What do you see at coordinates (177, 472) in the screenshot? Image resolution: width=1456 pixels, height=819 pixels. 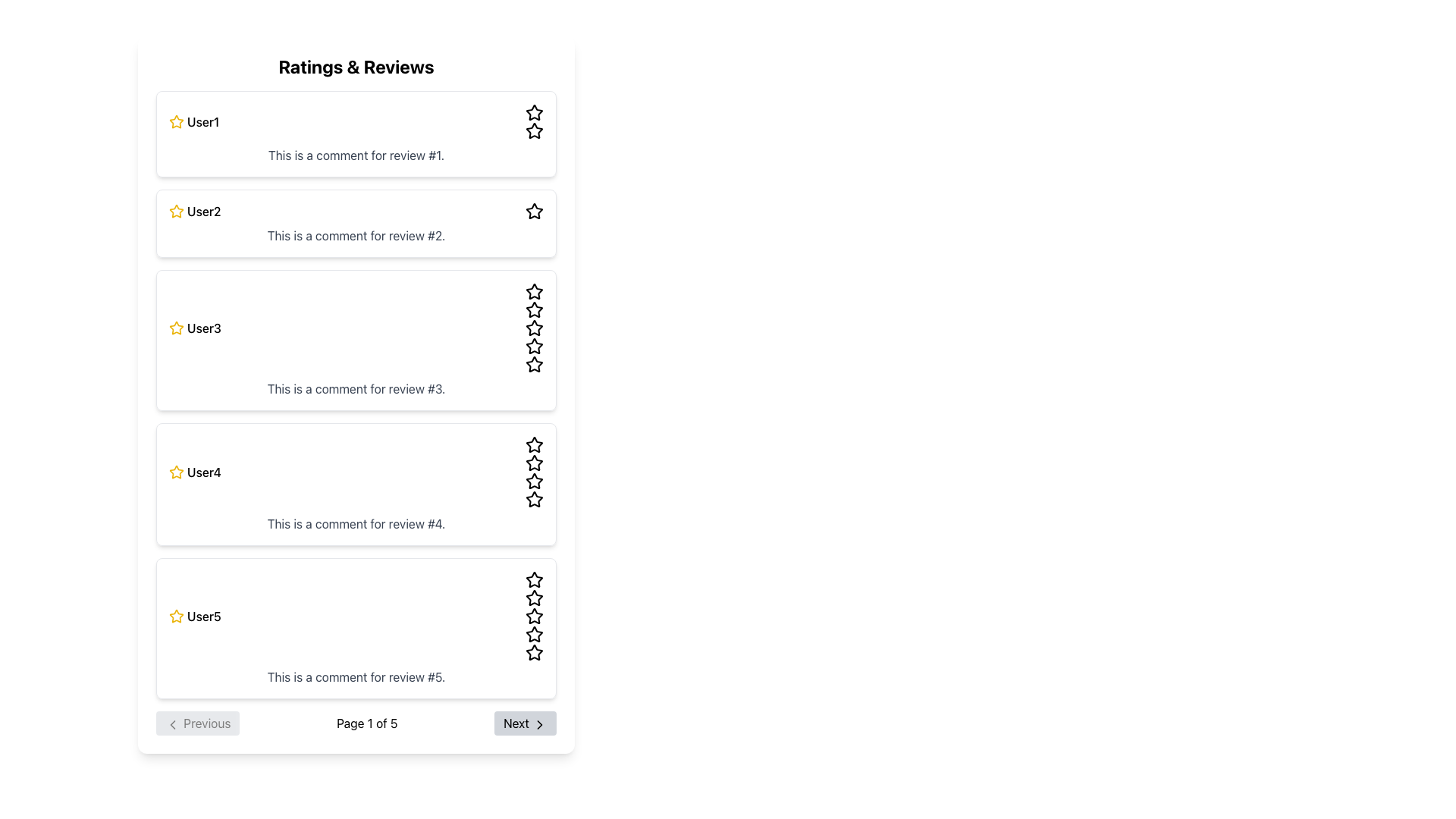 I see `the yellow star icon with a hollow center and golden color located next to the label 'User4' in the fourth user review section` at bounding box center [177, 472].